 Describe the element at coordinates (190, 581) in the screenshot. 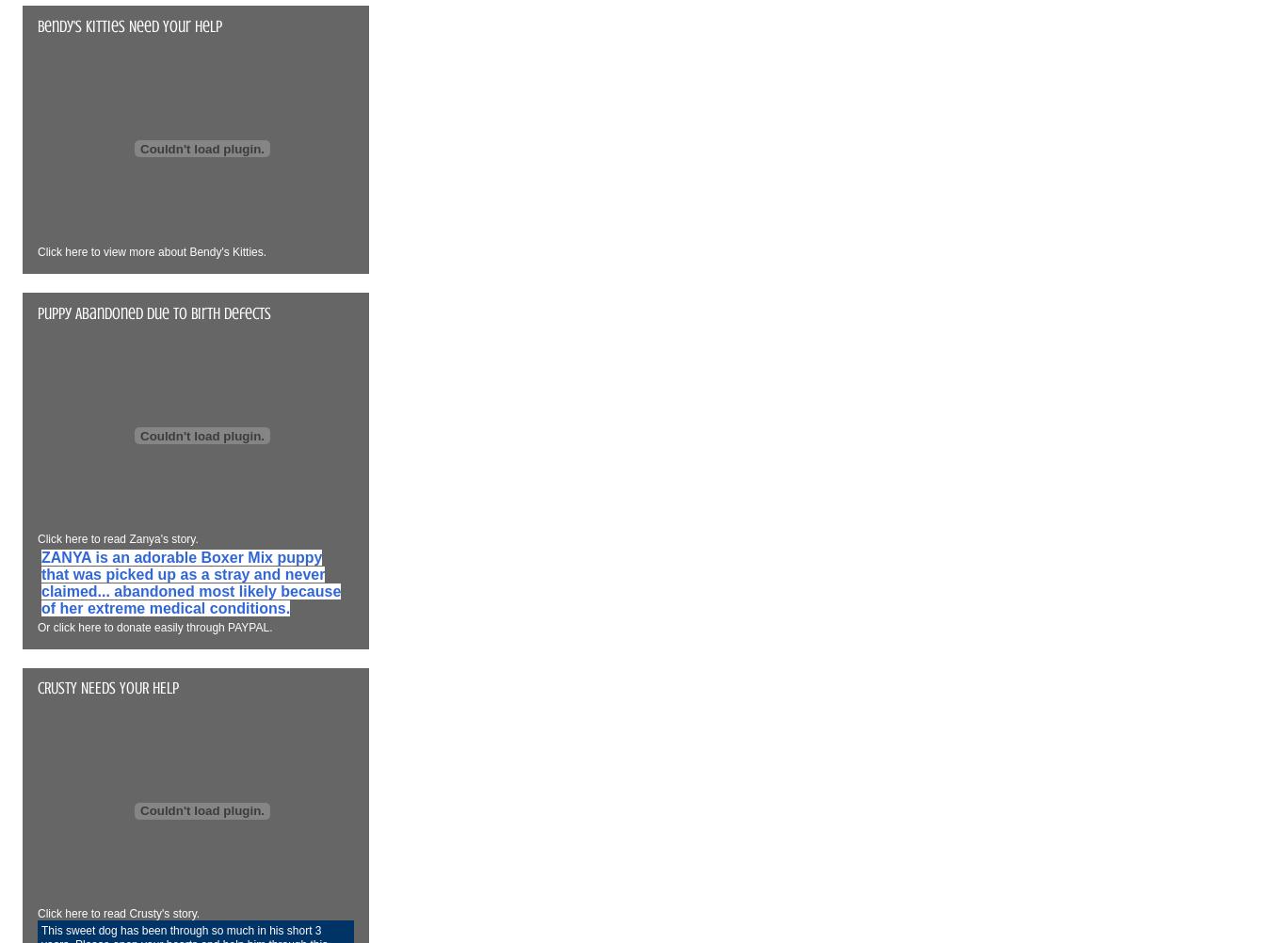

I see `'ZANYA is an adorable Boxer Mix puppy that was picked up as a stray and never claimed... abandoned most likely because of her extreme medical conditions.'` at that location.